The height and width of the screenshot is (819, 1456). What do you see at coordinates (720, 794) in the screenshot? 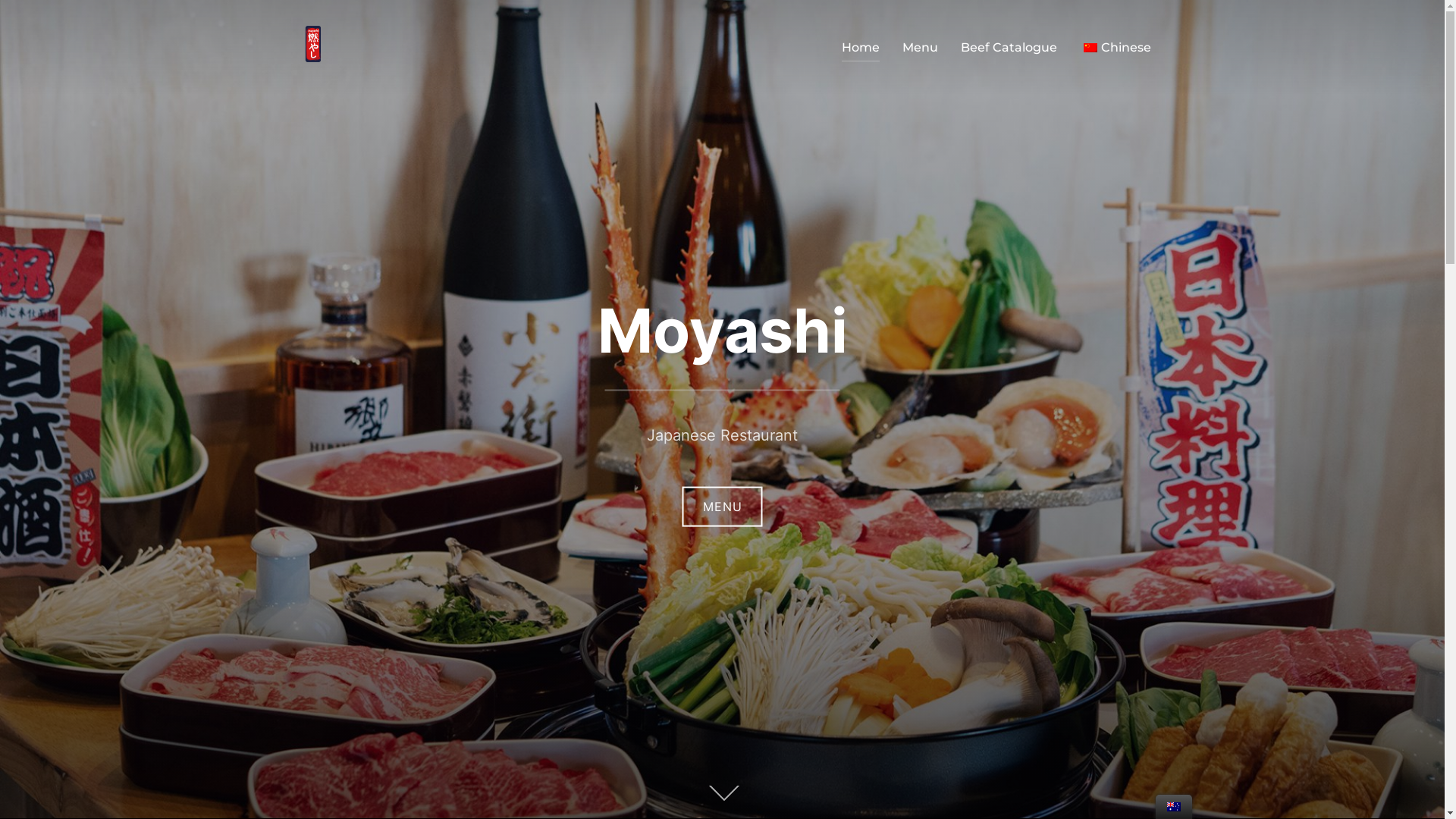
I see `'Scroll down to content'` at bounding box center [720, 794].